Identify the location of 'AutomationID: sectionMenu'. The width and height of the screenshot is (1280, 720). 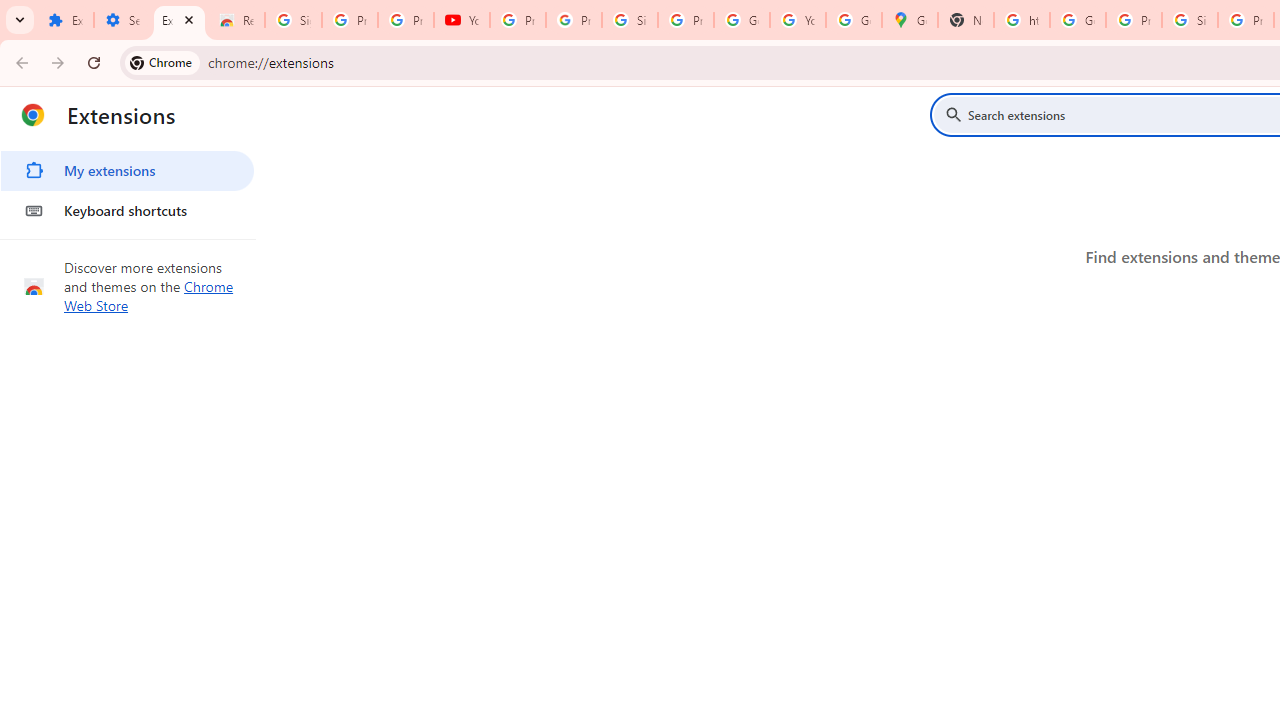
(127, 187).